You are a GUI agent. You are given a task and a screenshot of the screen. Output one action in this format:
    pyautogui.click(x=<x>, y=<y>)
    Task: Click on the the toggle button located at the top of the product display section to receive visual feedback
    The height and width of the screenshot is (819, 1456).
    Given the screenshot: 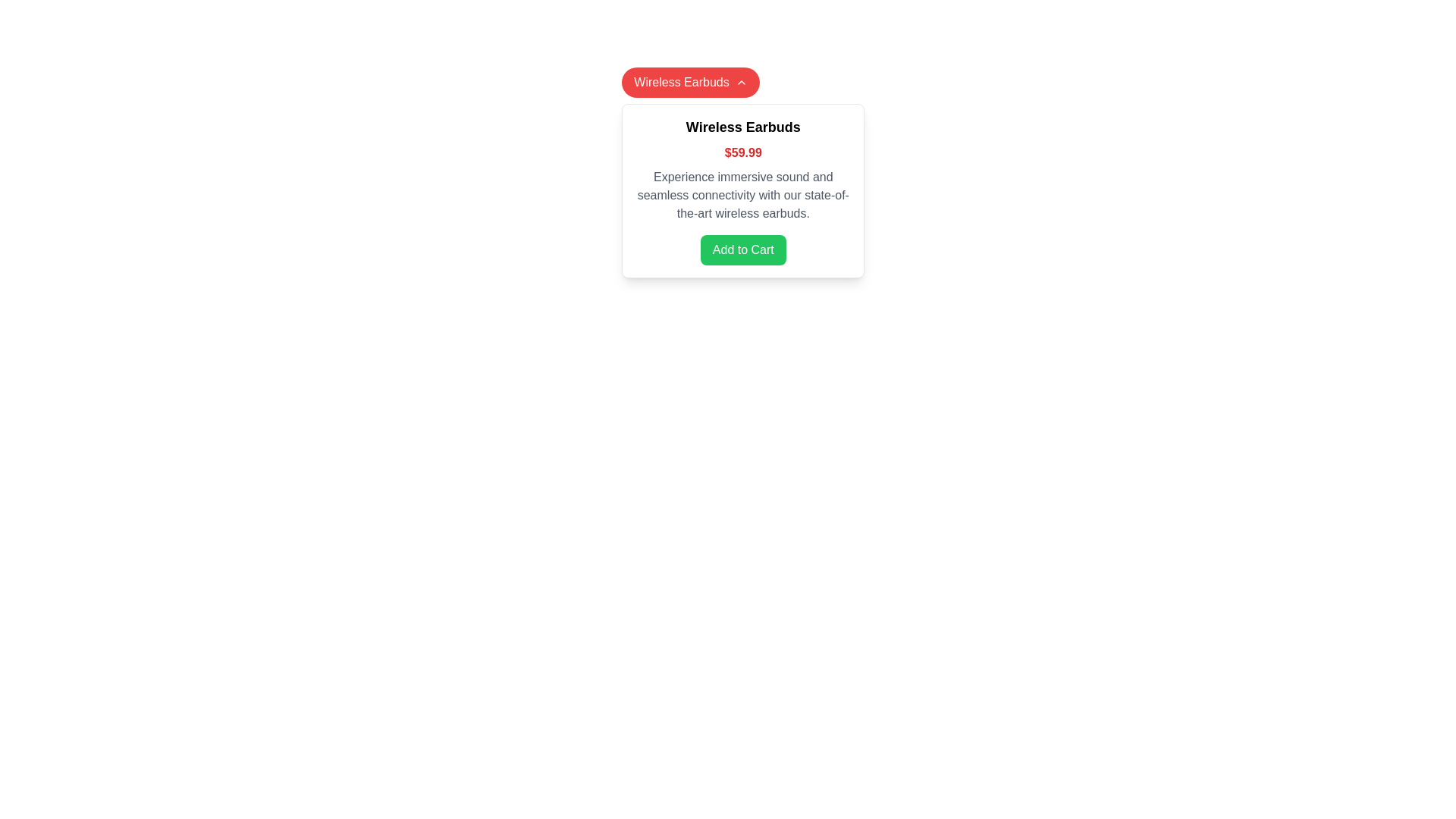 What is the action you would take?
    pyautogui.click(x=690, y=82)
    